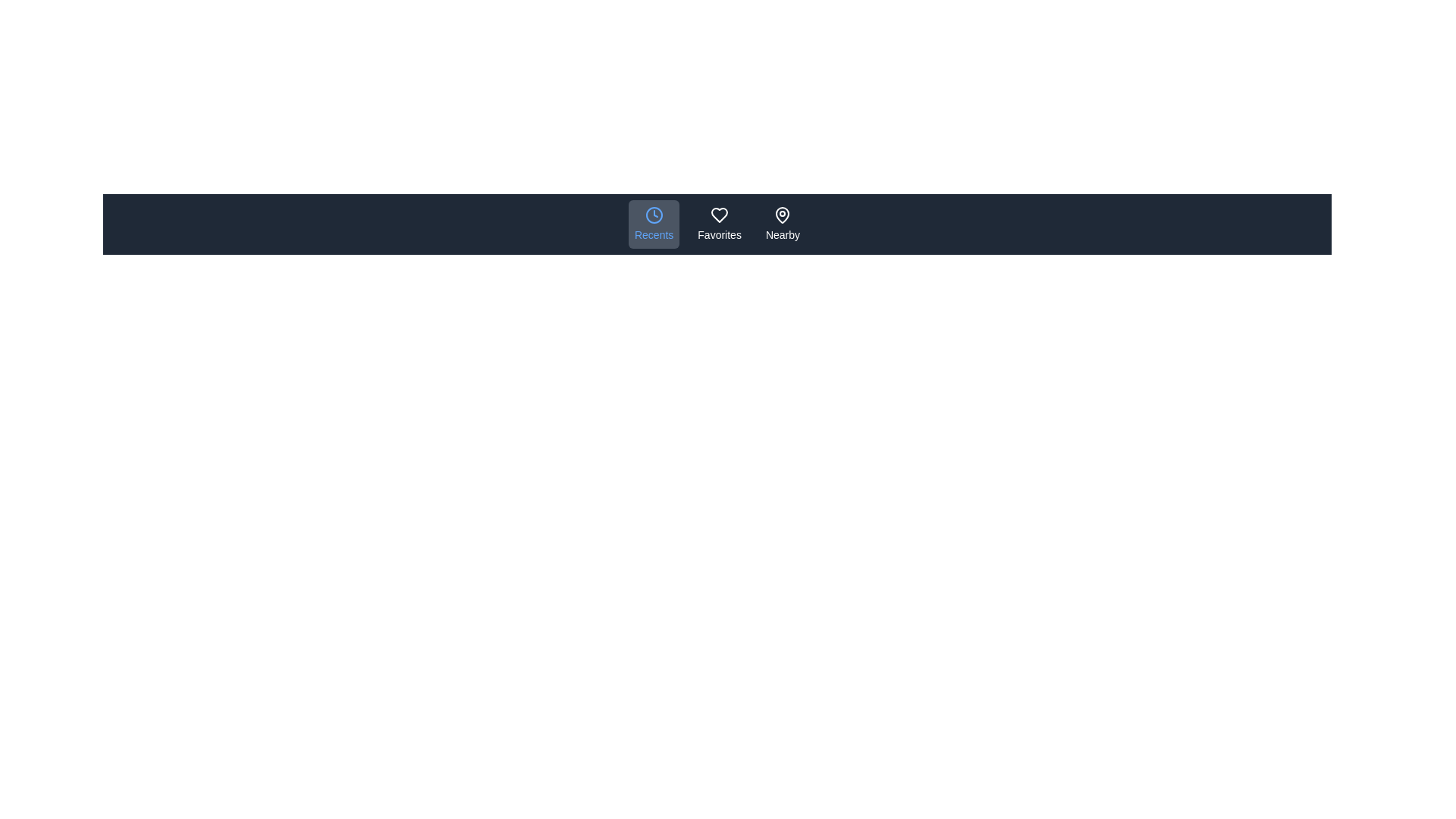 This screenshot has height=819, width=1456. I want to click on the Favorites icon in the navigation bar, so click(719, 224).